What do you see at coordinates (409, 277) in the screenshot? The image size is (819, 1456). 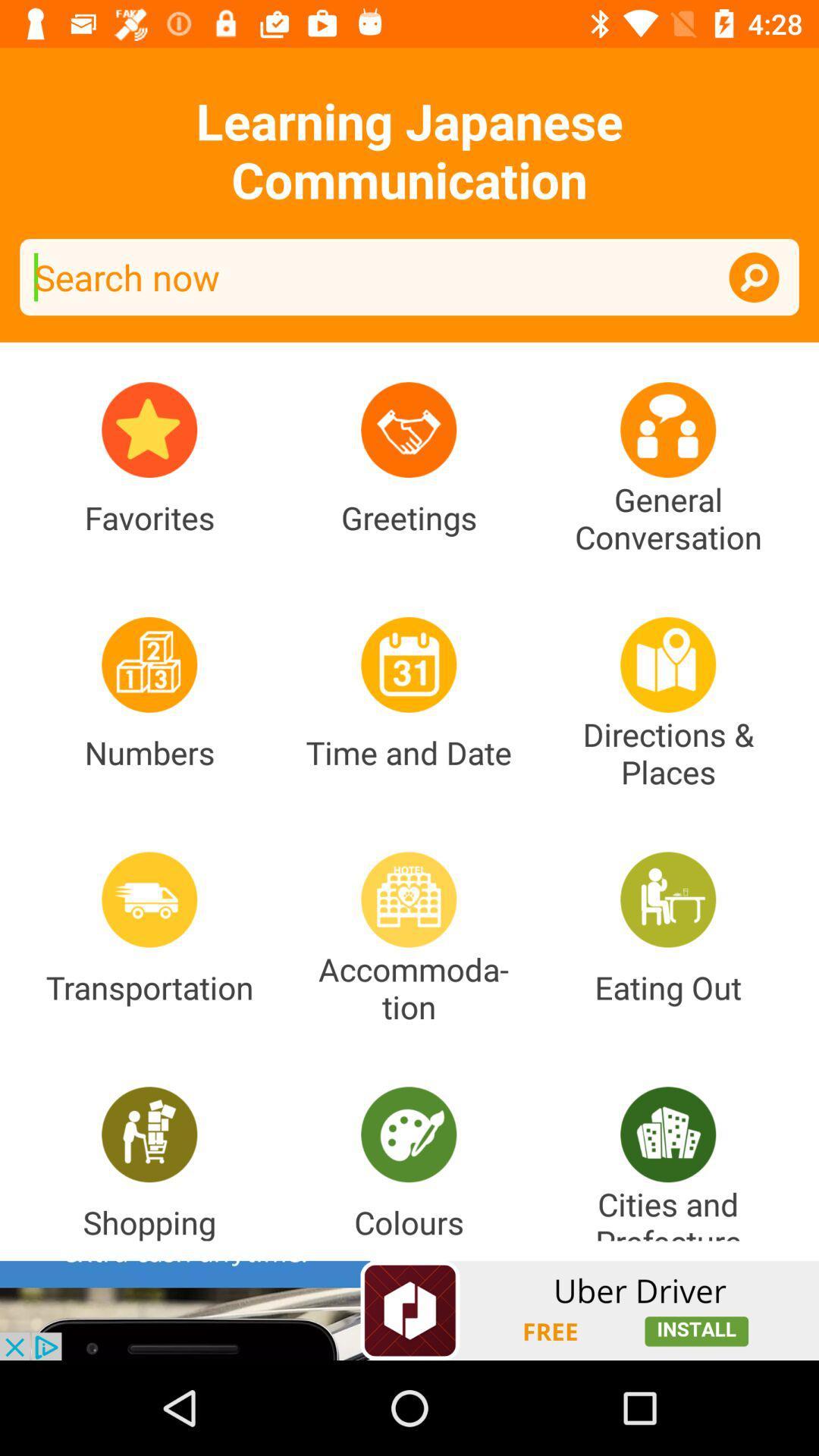 I see `search bar` at bounding box center [409, 277].